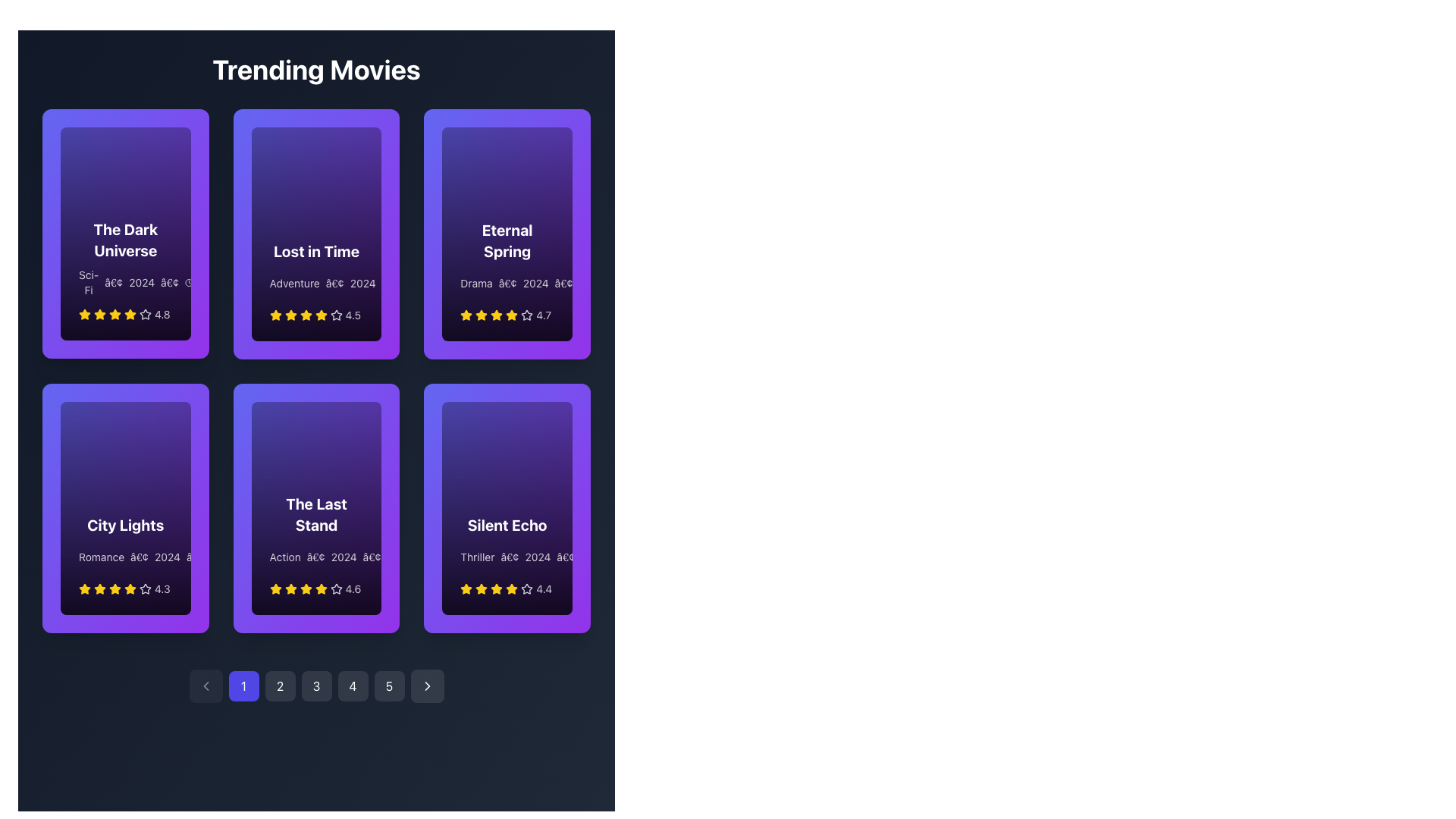  Describe the element at coordinates (334, 283) in the screenshot. I see `the textual icon/separator represented by 'â€¢' located between 'Adventure' and '2024' in the second card of the 'Trending Movies' section` at that location.